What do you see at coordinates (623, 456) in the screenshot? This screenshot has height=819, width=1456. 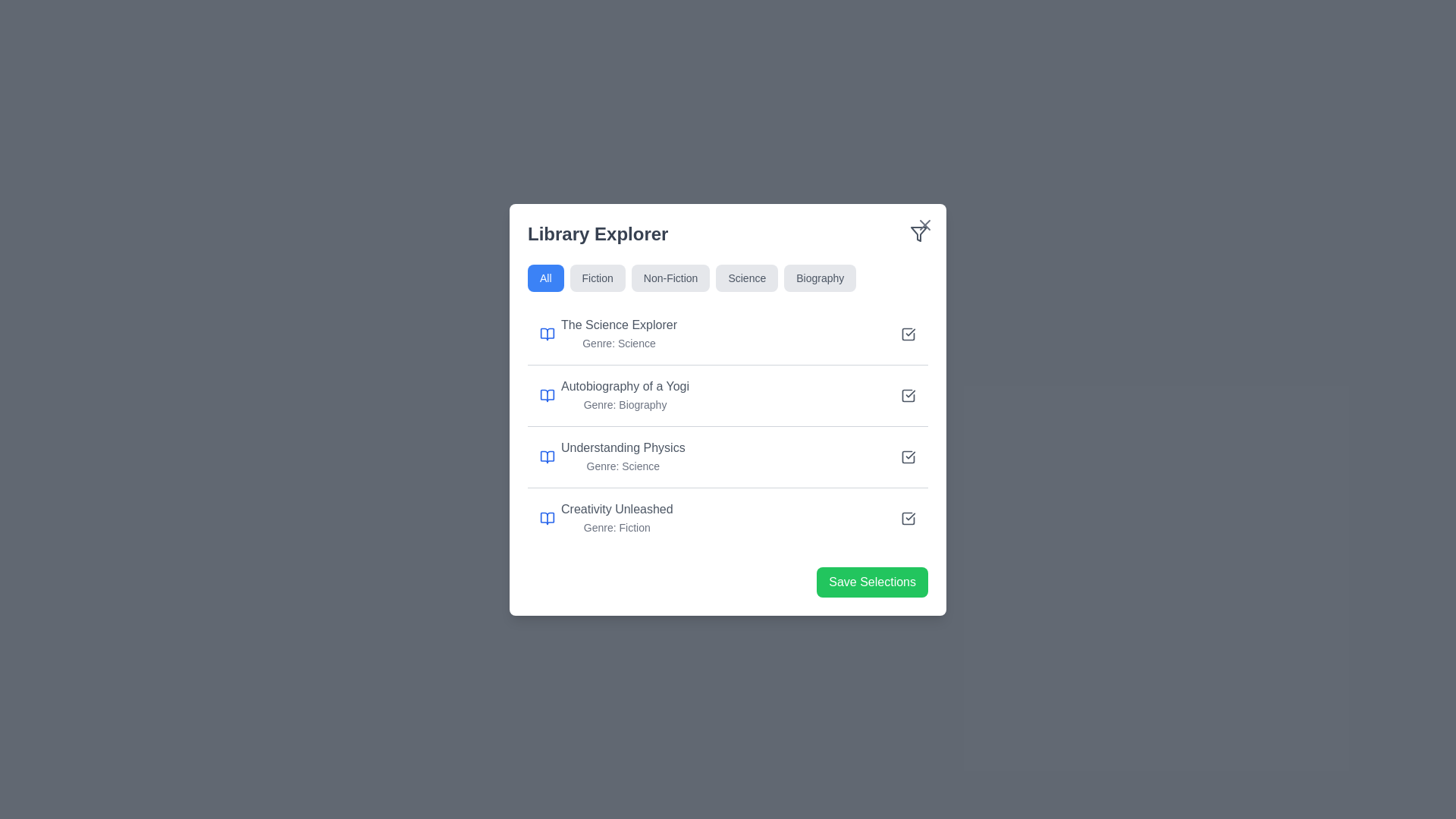 I see `the text block labeled 'Understanding Physics'` at bounding box center [623, 456].